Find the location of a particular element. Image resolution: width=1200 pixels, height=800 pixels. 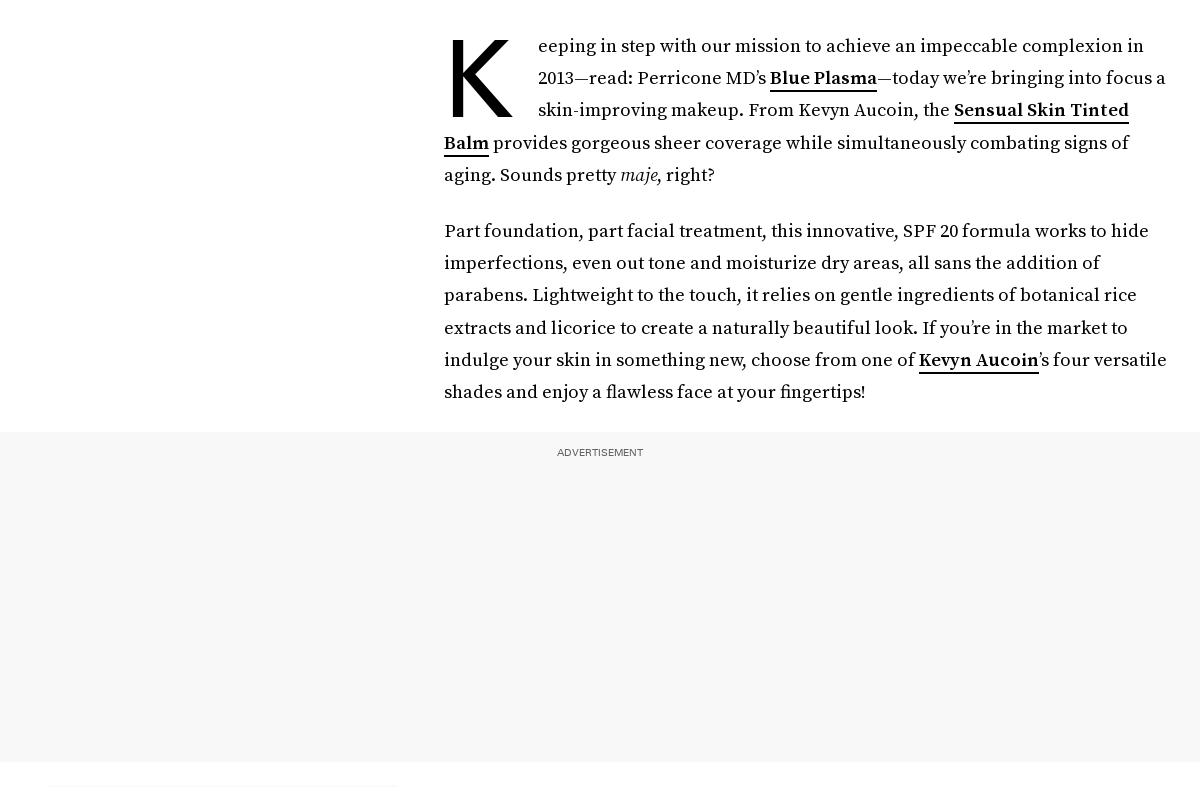

'maje' is located at coordinates (638, 172).